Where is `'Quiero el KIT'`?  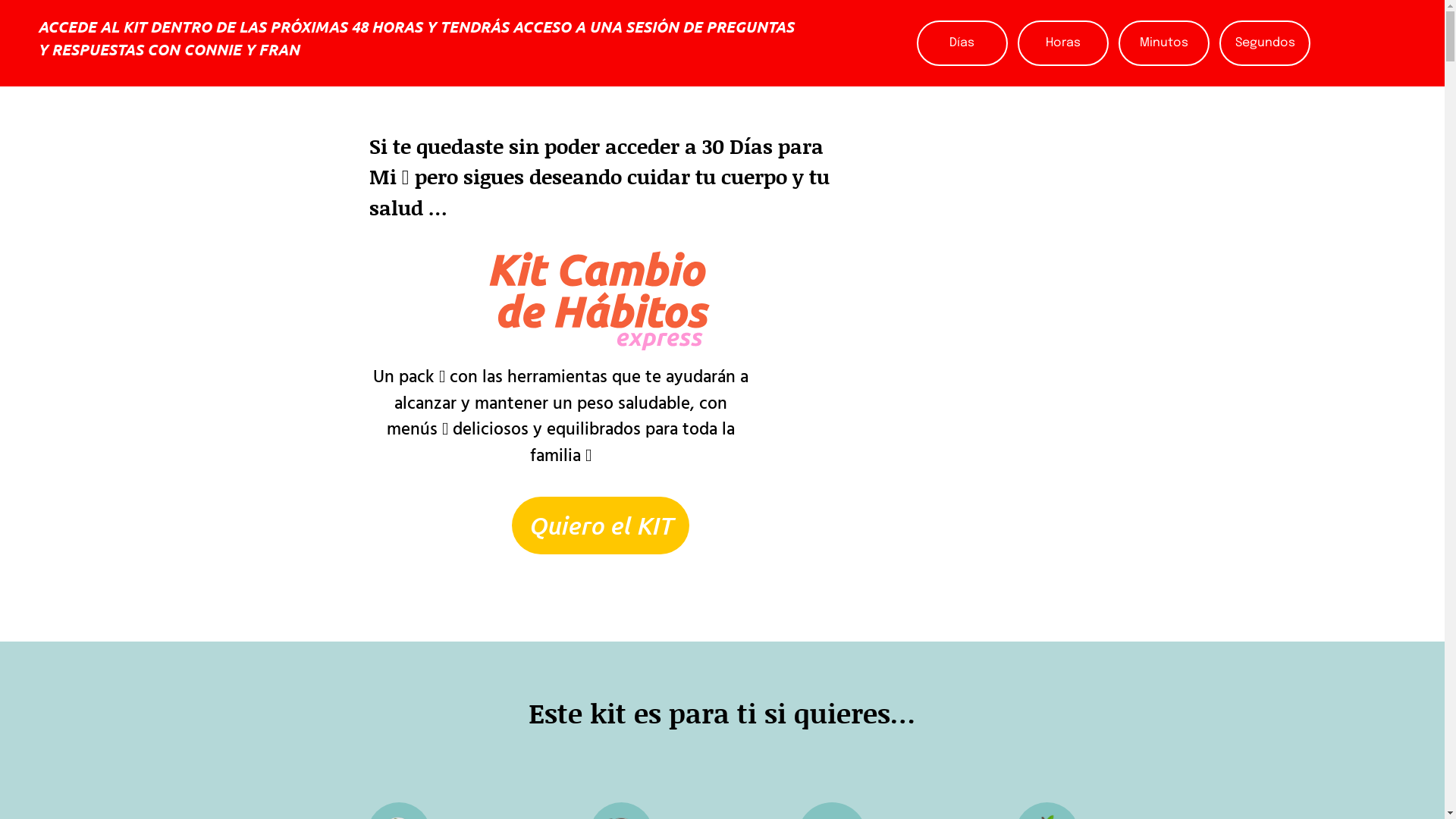
'Quiero el KIT' is located at coordinates (600, 525).